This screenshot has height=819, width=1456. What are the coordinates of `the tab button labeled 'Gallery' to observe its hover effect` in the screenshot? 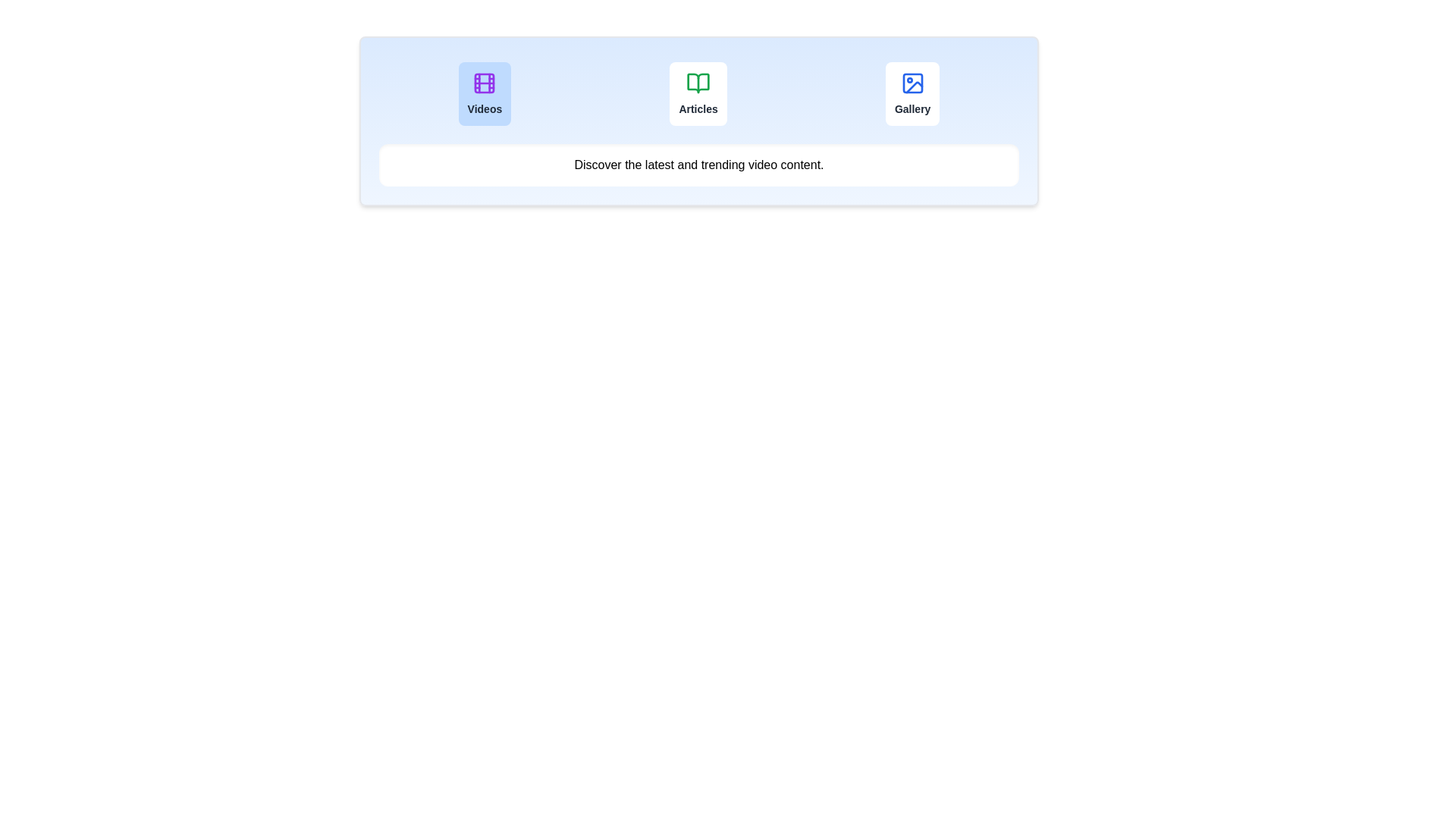 It's located at (912, 93).